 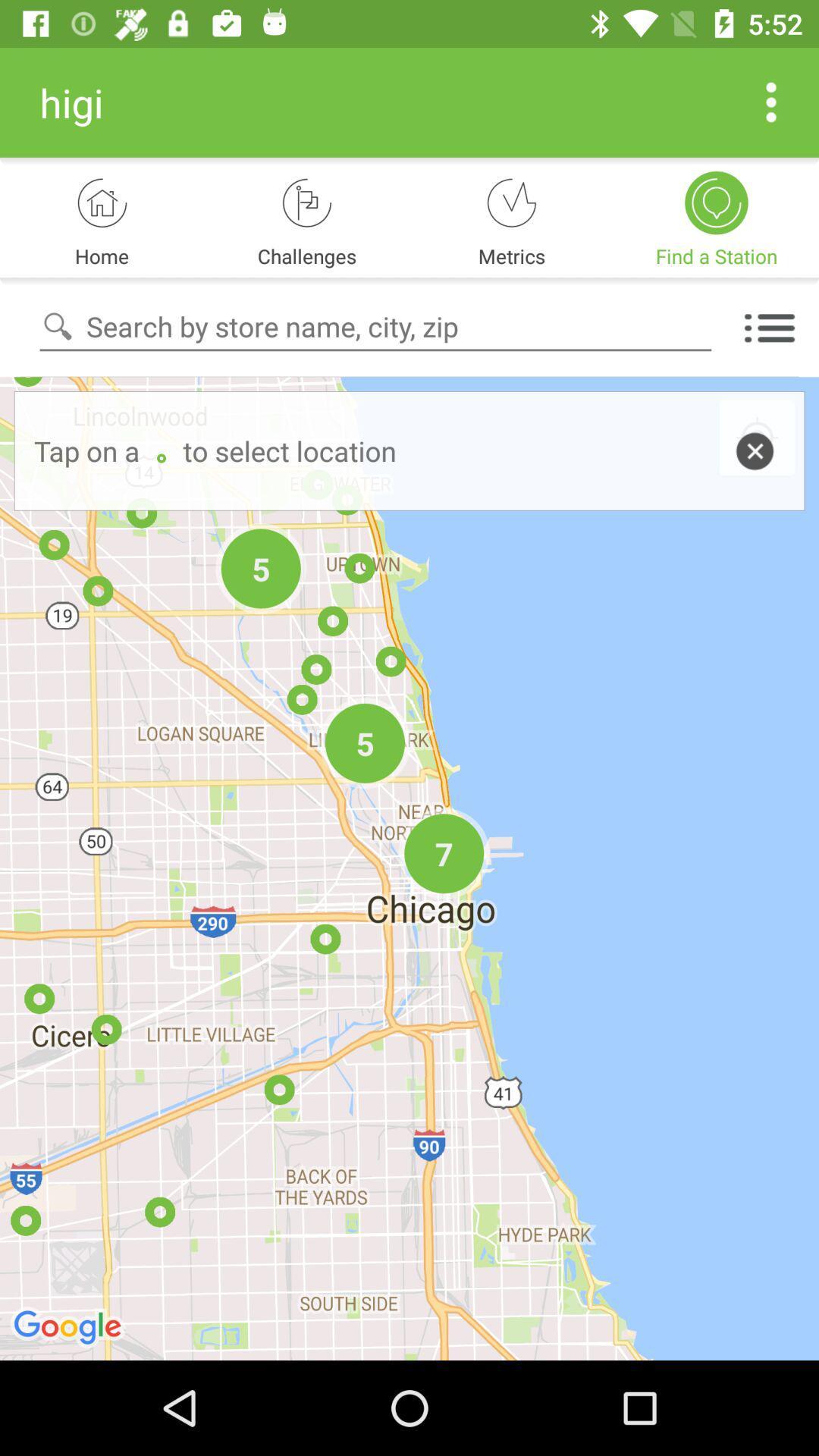 What do you see at coordinates (375, 327) in the screenshot?
I see `the search bar` at bounding box center [375, 327].